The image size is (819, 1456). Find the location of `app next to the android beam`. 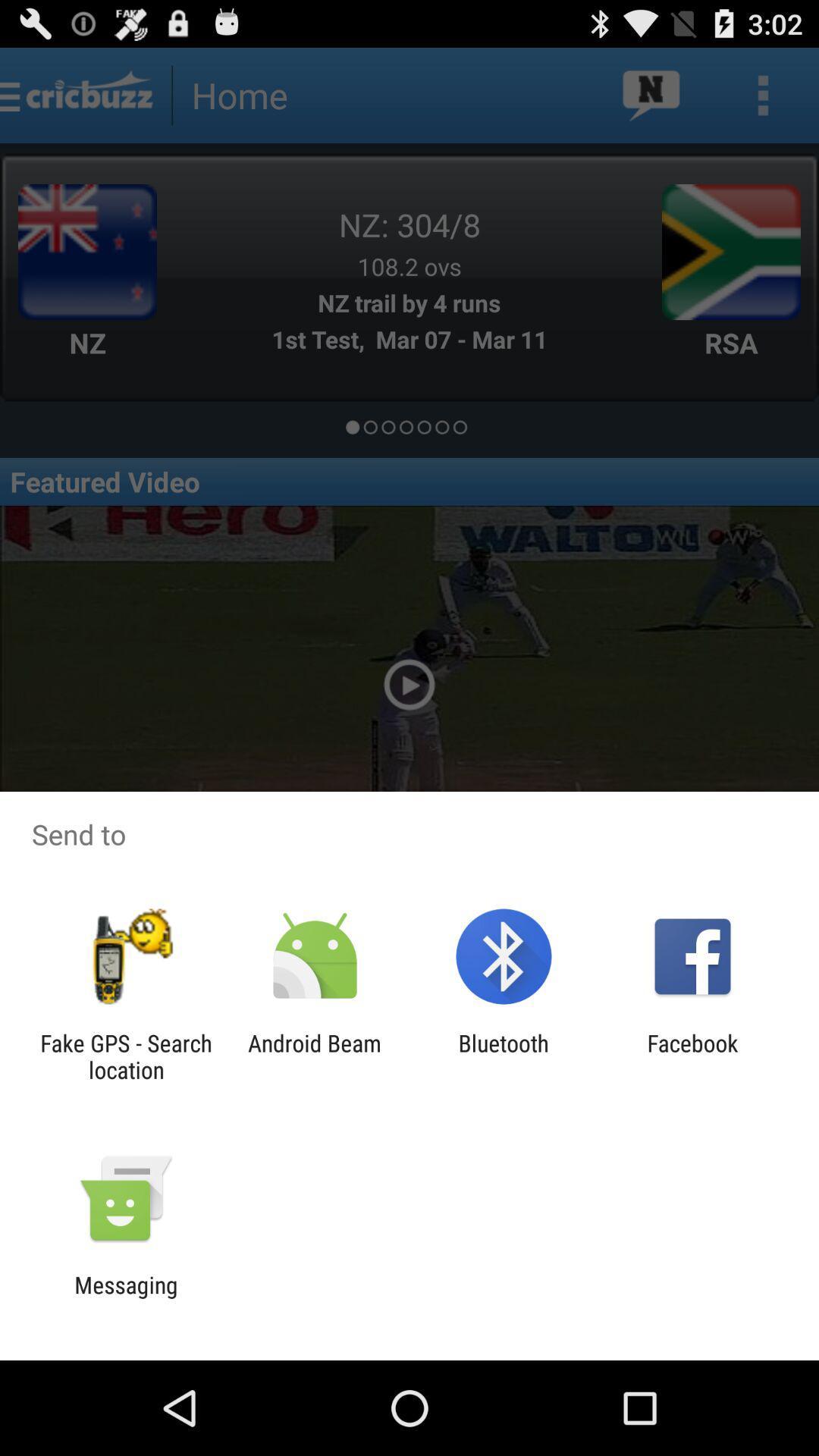

app next to the android beam is located at coordinates (504, 1056).